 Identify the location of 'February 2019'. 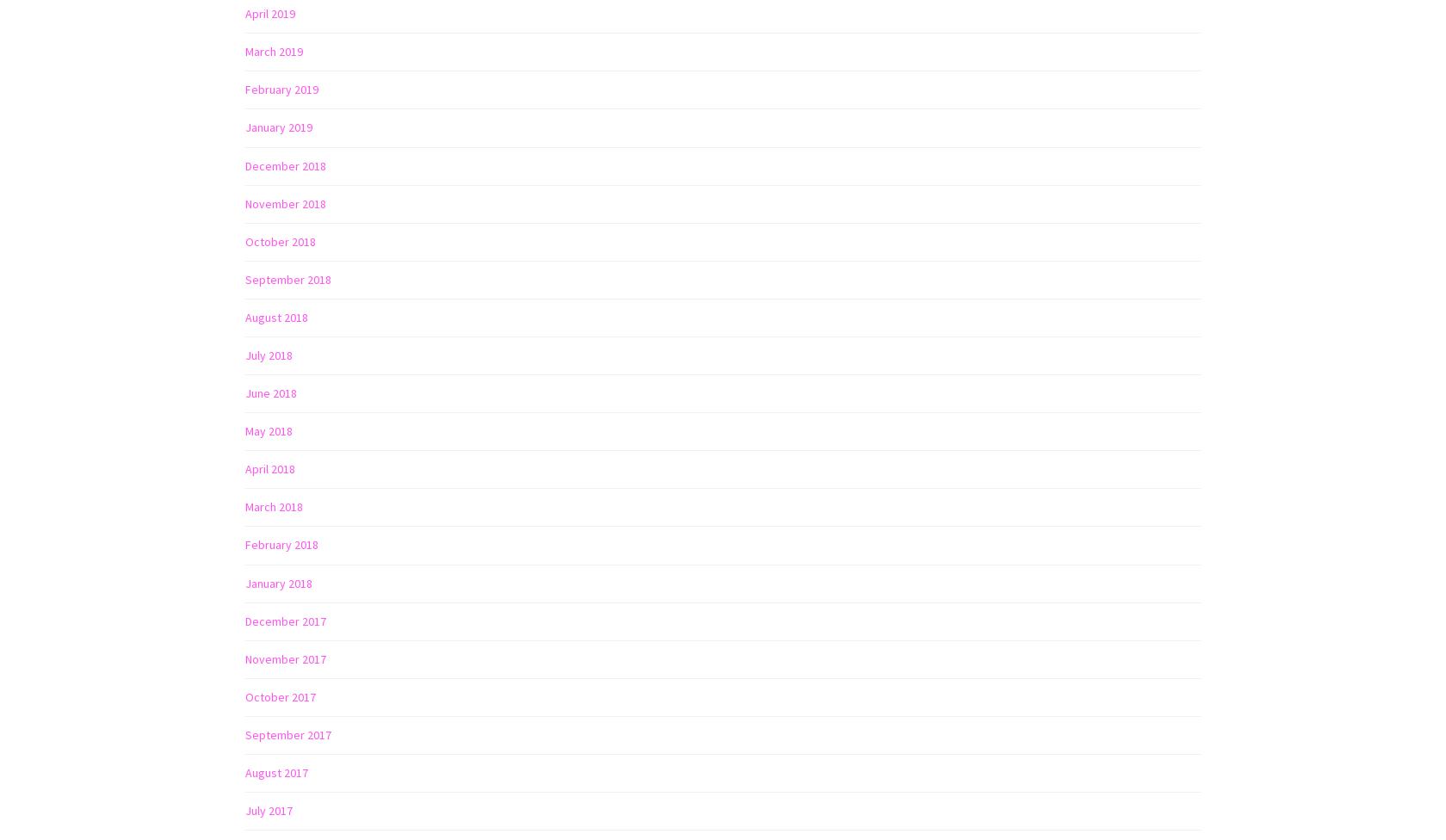
(281, 90).